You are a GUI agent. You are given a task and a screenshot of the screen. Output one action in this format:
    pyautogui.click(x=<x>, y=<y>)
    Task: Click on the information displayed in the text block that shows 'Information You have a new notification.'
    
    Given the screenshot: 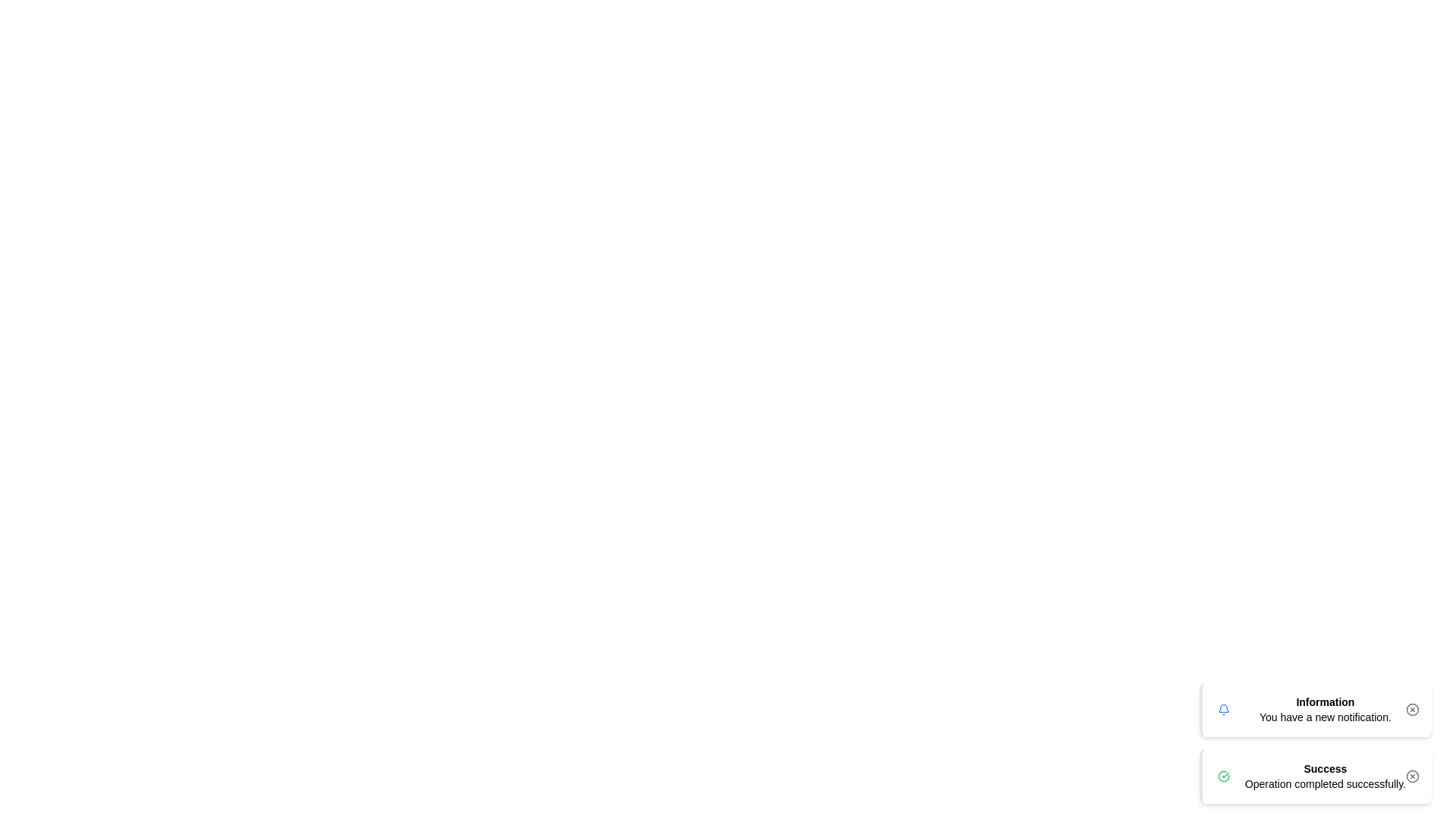 What is the action you would take?
    pyautogui.click(x=1324, y=710)
    